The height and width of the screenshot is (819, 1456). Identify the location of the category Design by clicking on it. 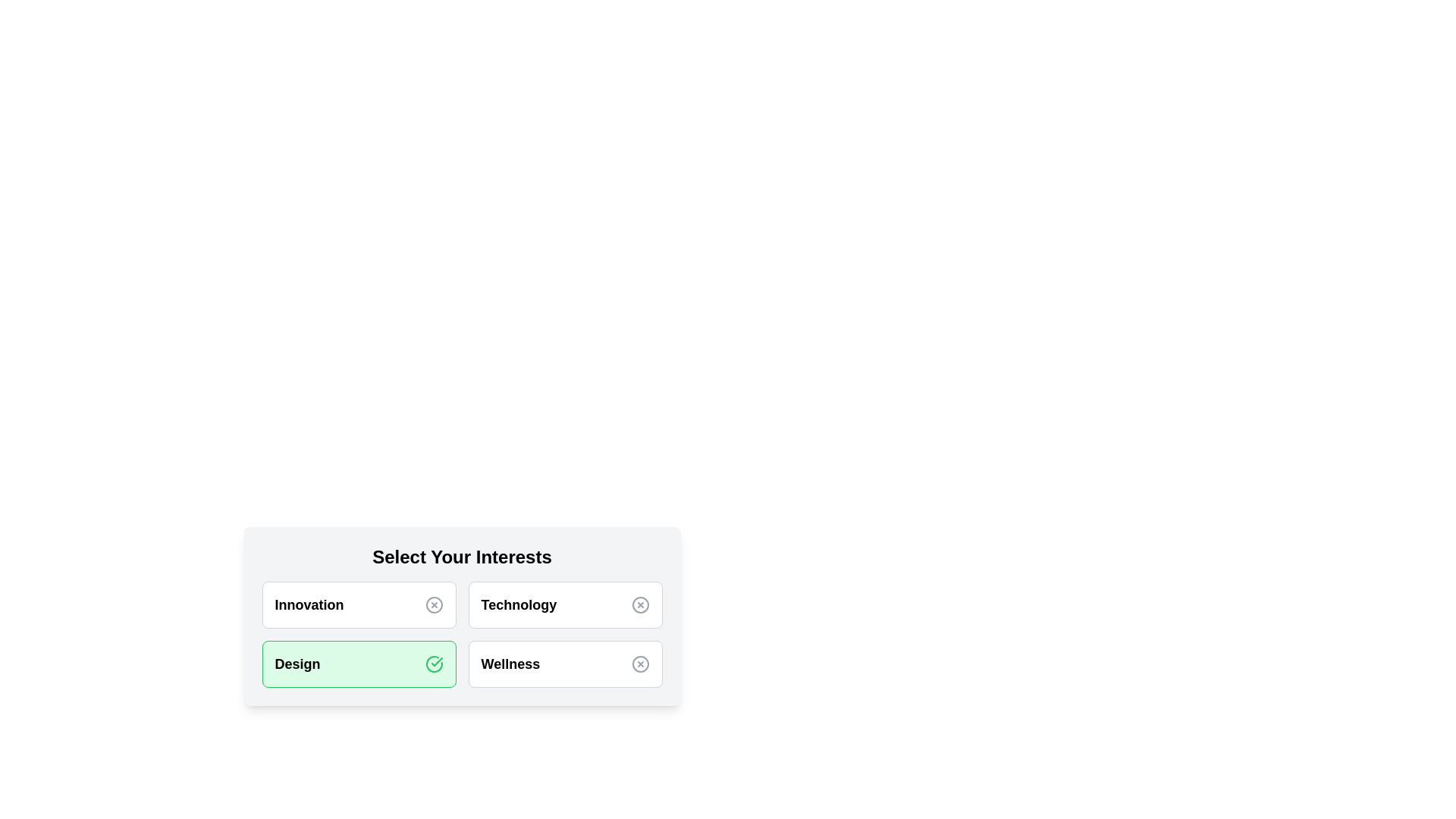
(358, 663).